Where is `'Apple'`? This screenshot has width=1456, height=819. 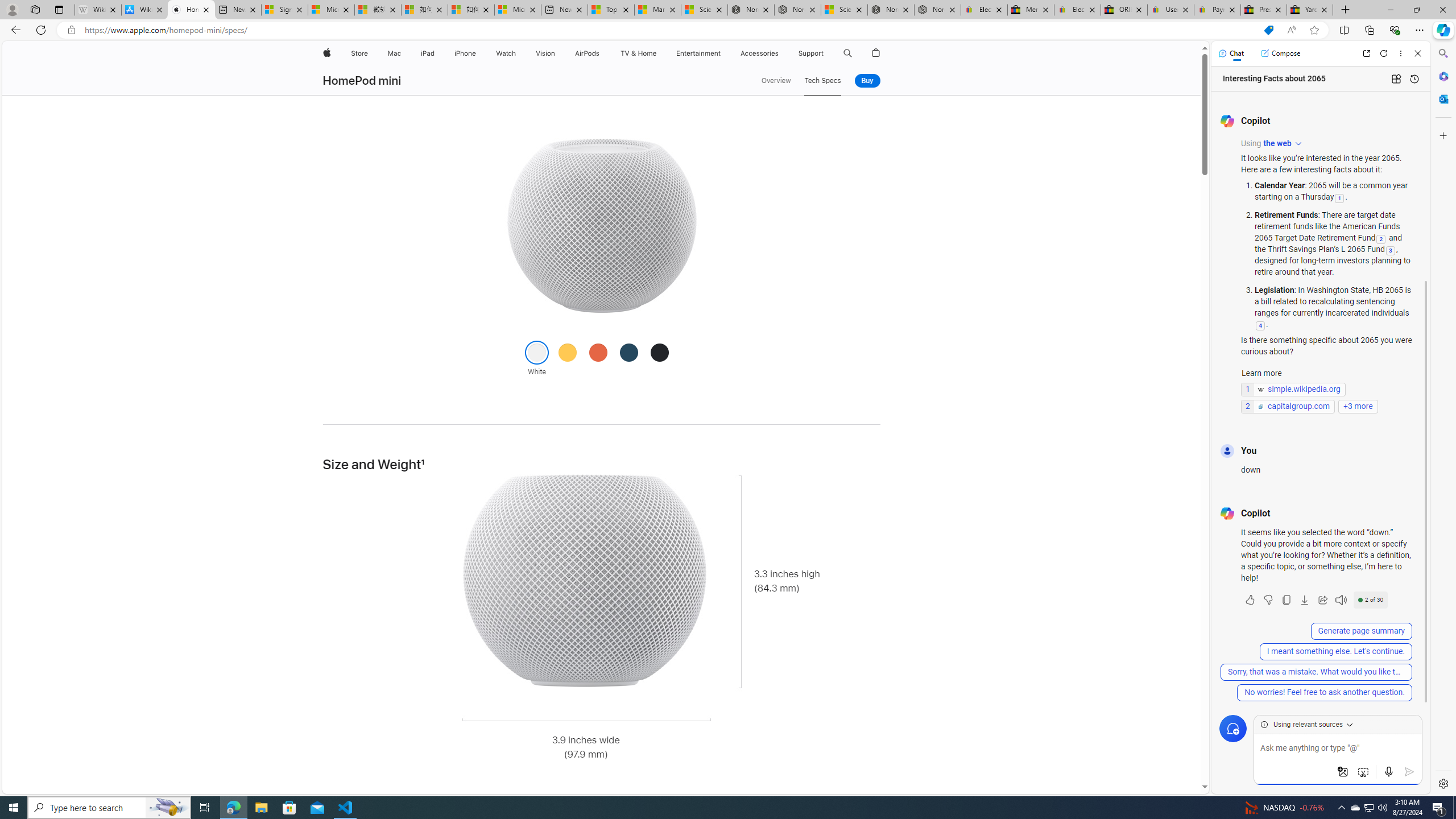
'Apple' is located at coordinates (325, 53).